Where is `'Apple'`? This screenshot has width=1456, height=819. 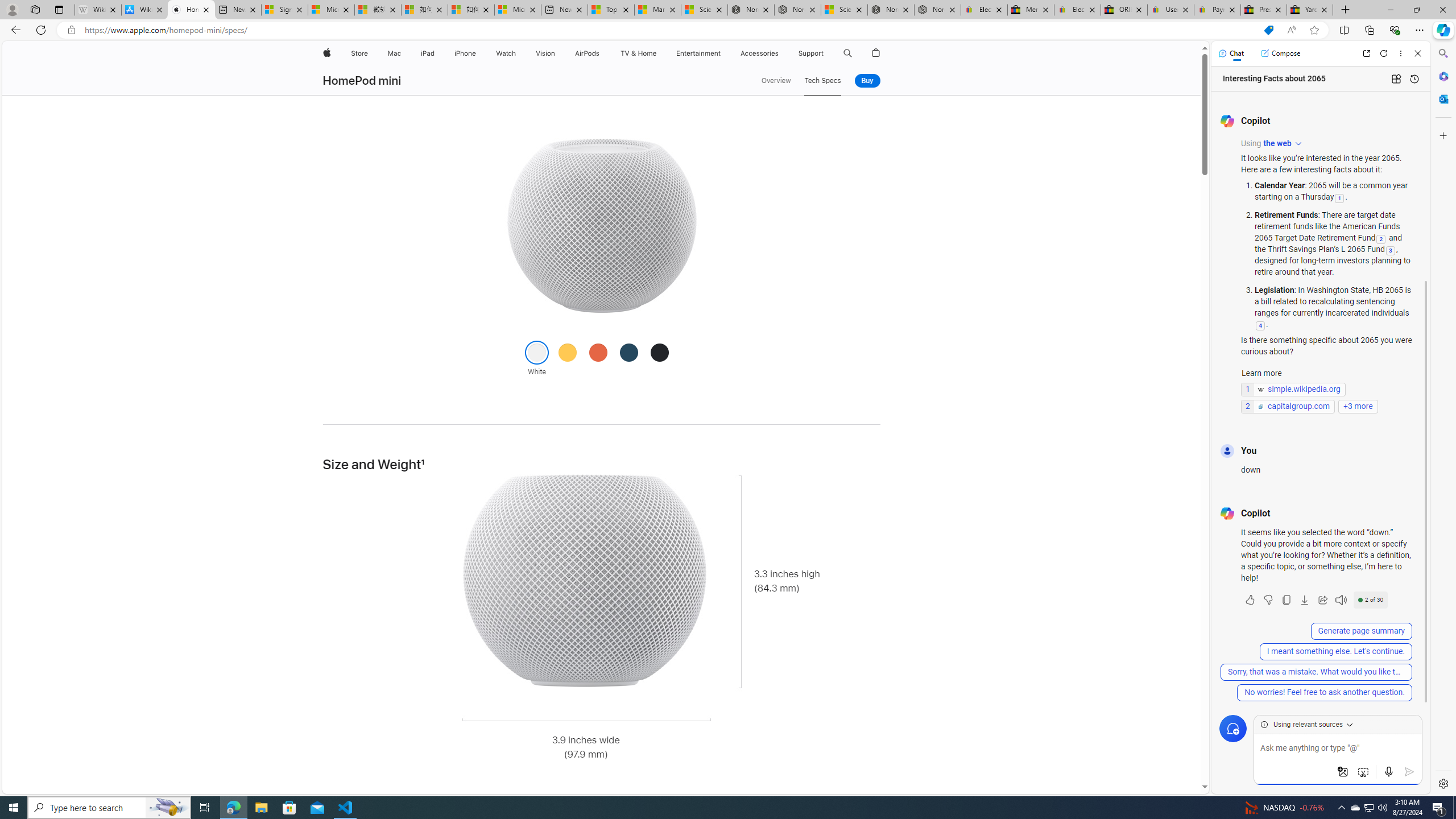
'Apple' is located at coordinates (325, 53).